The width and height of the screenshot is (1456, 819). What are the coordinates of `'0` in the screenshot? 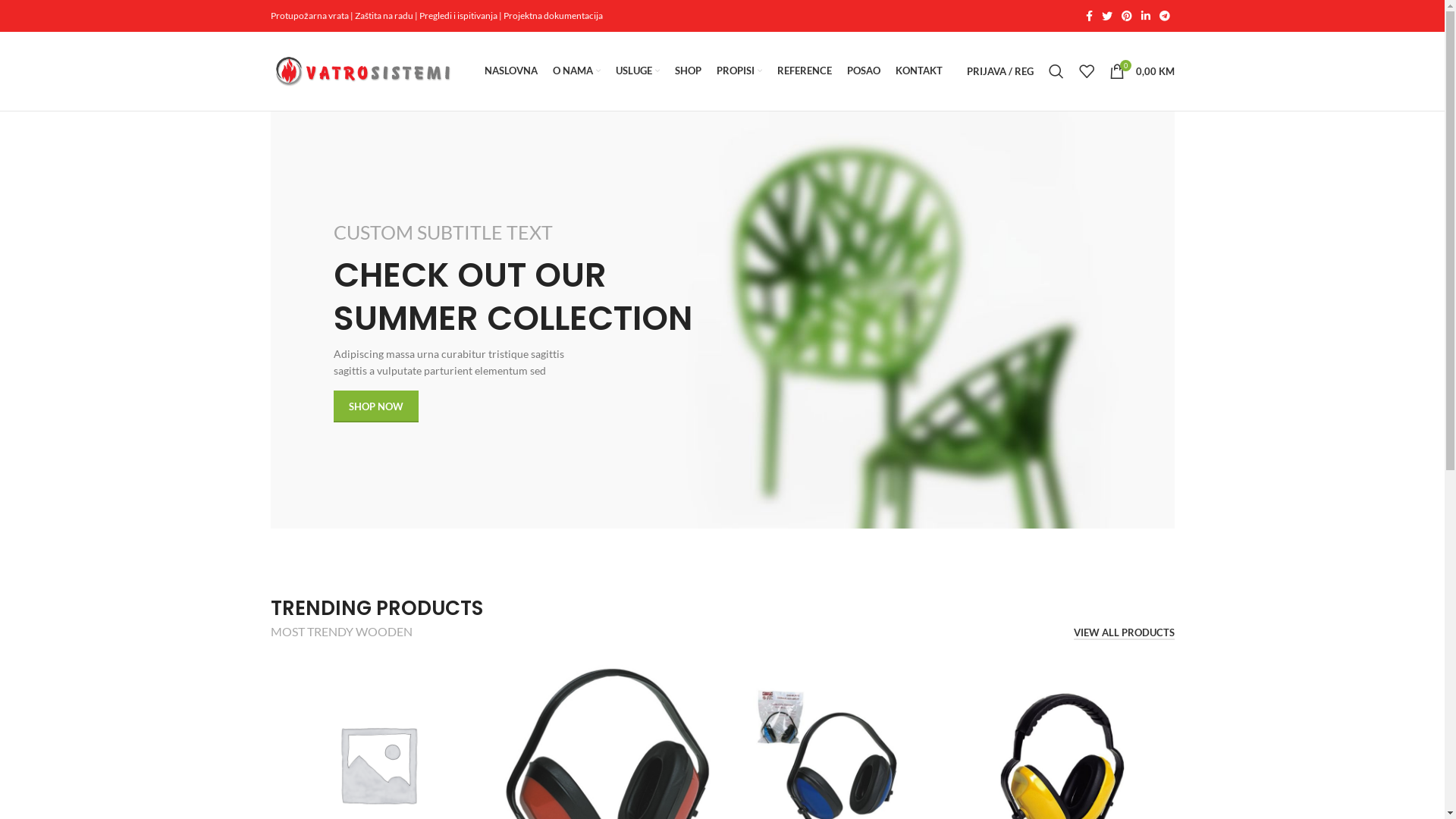 It's located at (1141, 71).